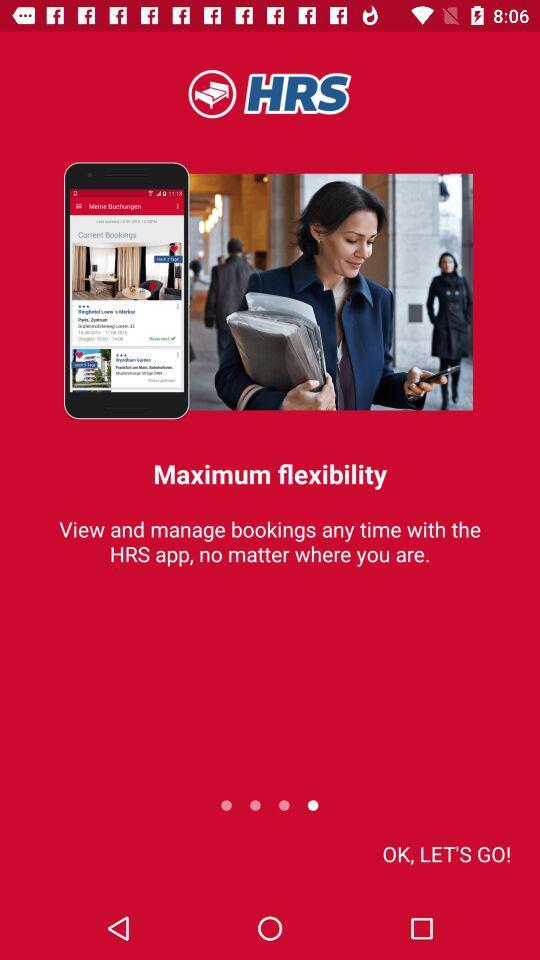 This screenshot has height=960, width=540. Describe the element at coordinates (446, 852) in the screenshot. I see `ok let s icon` at that location.